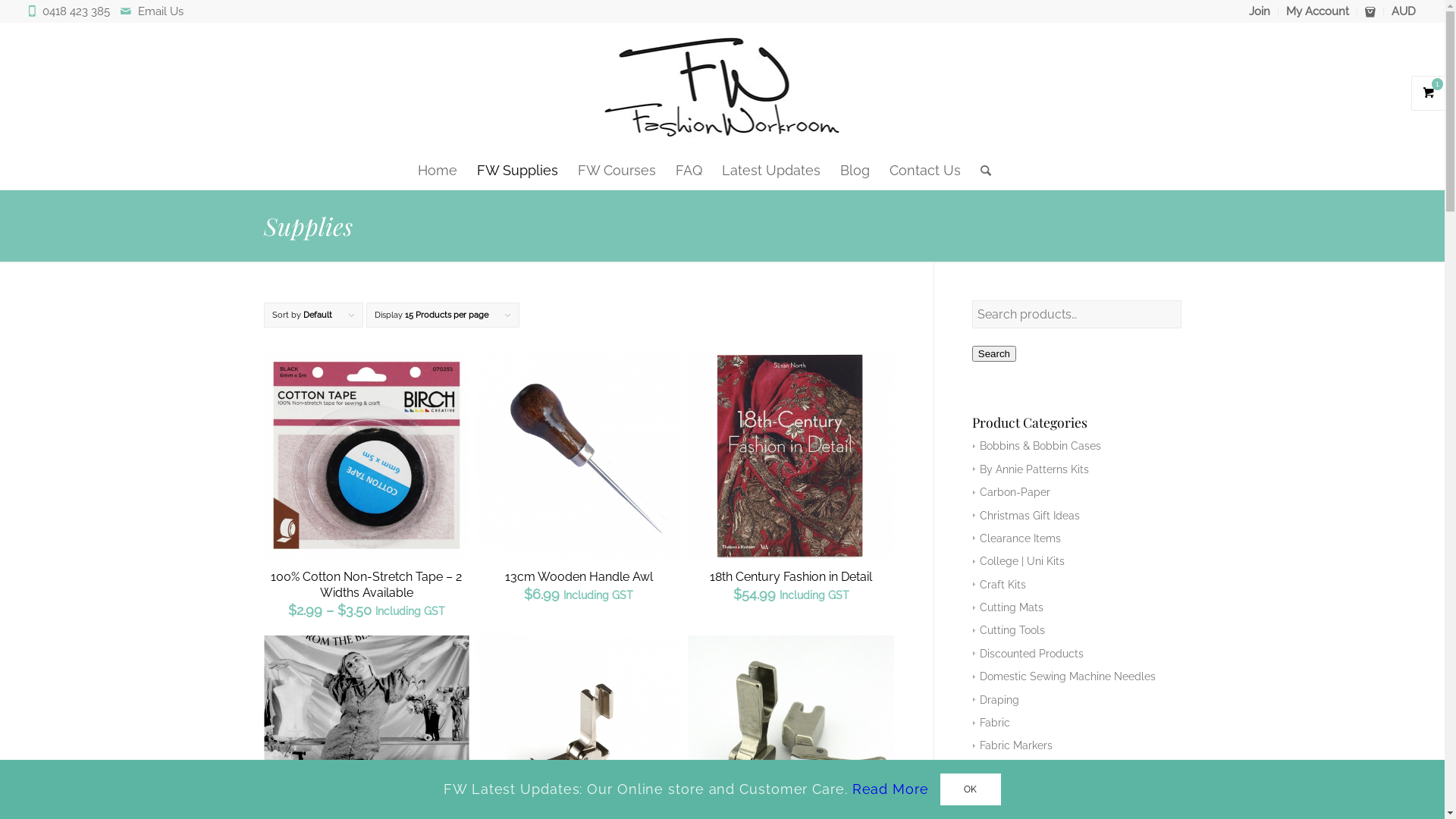 The width and height of the screenshot is (1456, 819). I want to click on 'Search', so click(993, 353).